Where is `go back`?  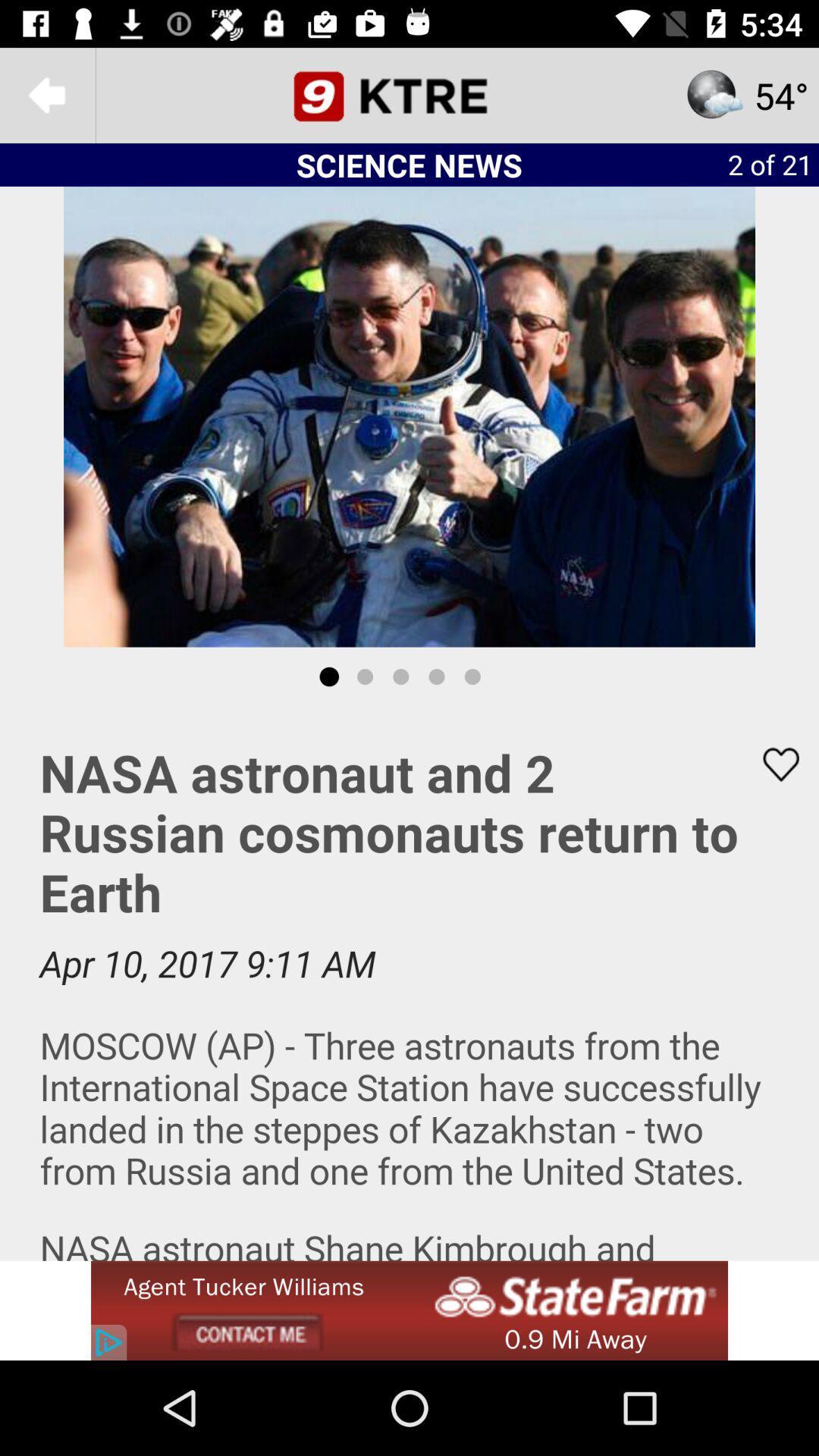 go back is located at coordinates (46, 94).